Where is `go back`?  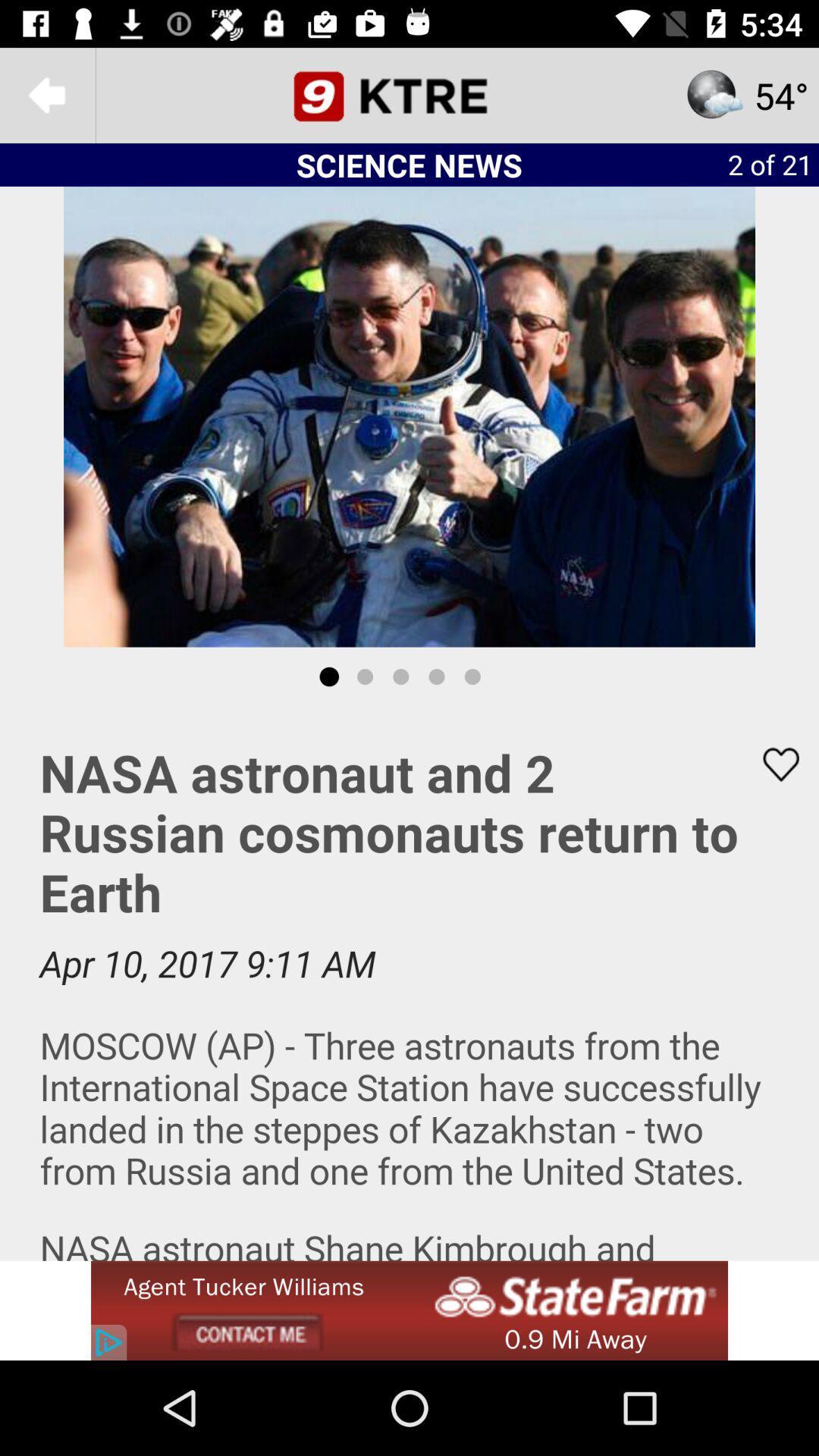 go back is located at coordinates (46, 94).